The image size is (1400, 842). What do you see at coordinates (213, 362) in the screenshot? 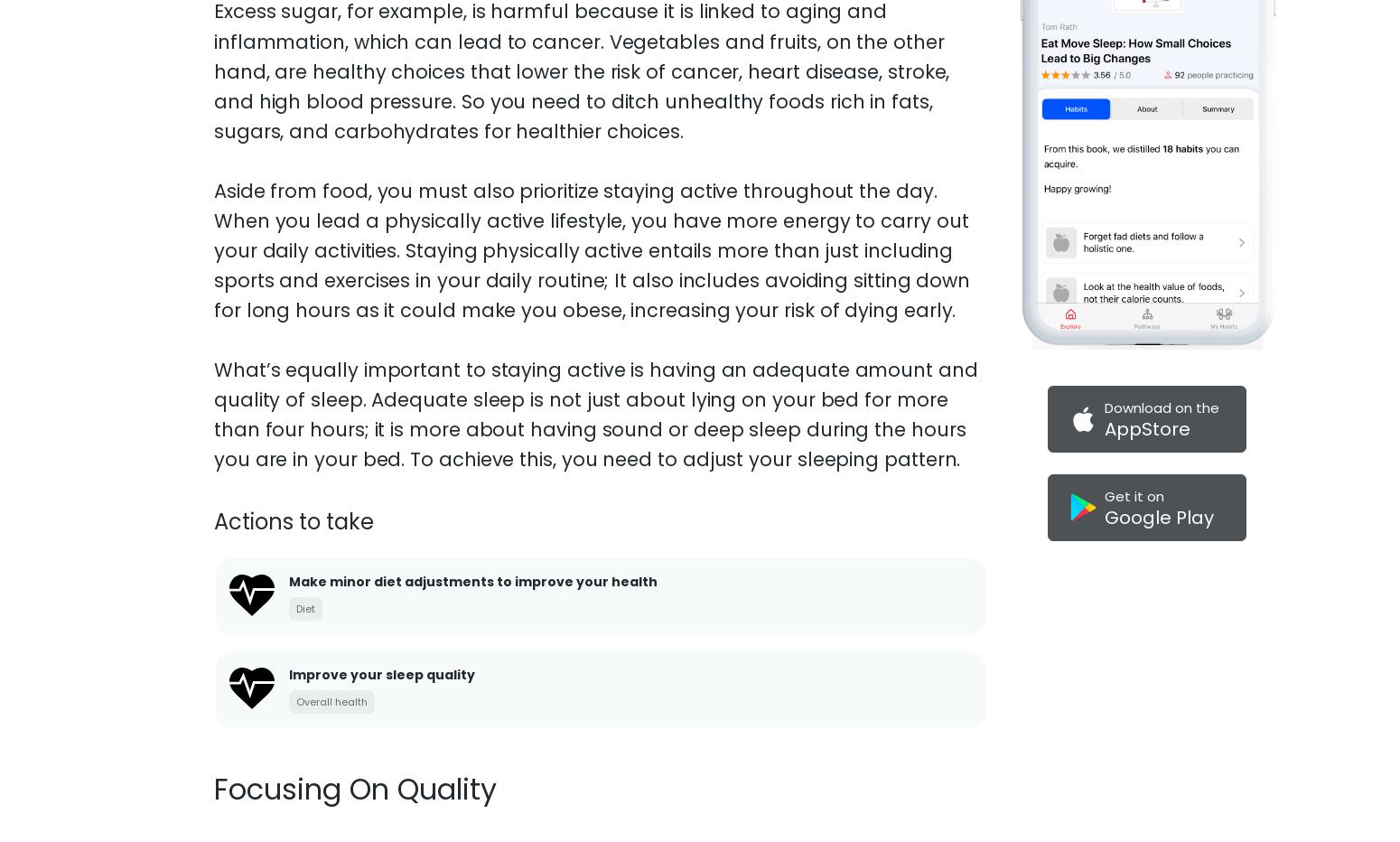
I see `'Healthy living can be challenging, so you must motivate yourself to practice healthy habits. If you want to motivate yourself to exercise regularly, for example, start with the part of the routine you enjoy most.'` at bounding box center [213, 362].